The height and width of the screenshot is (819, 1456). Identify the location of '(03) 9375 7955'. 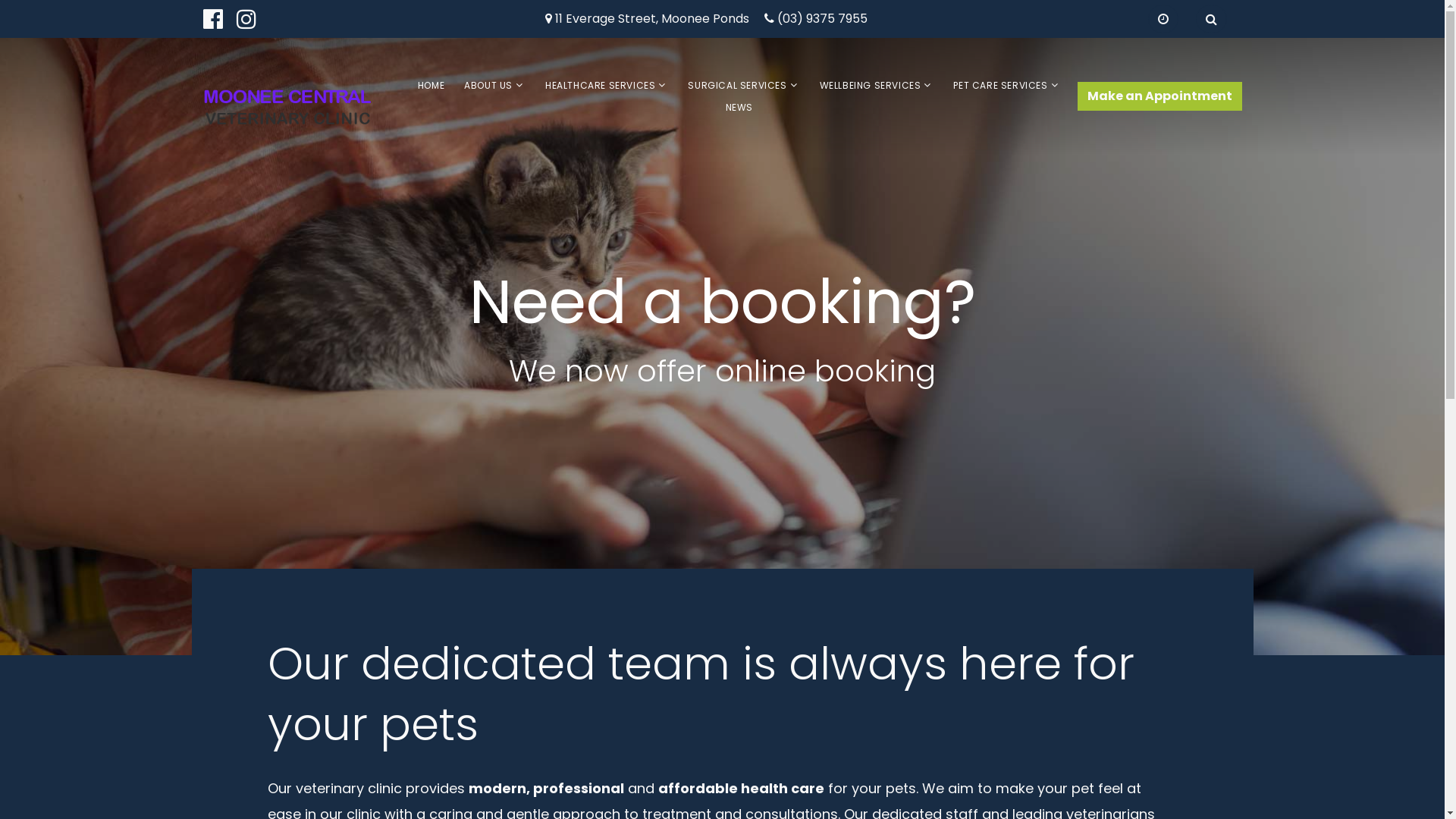
(821, 19).